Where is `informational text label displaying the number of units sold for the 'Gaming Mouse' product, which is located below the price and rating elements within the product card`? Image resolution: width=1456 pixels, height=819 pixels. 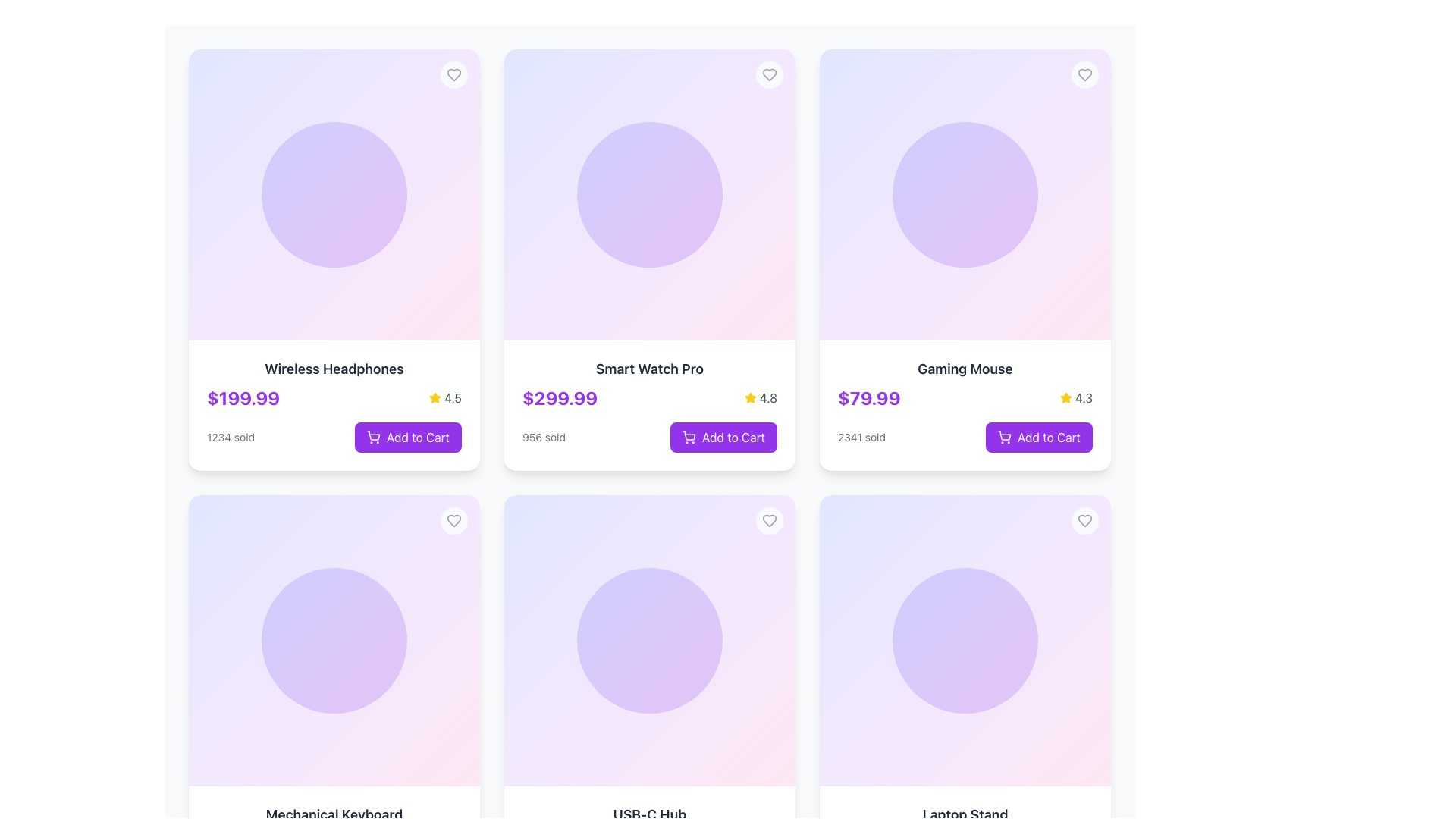 informational text label displaying the number of units sold for the 'Gaming Mouse' product, which is located below the price and rating elements within the product card is located at coordinates (861, 438).